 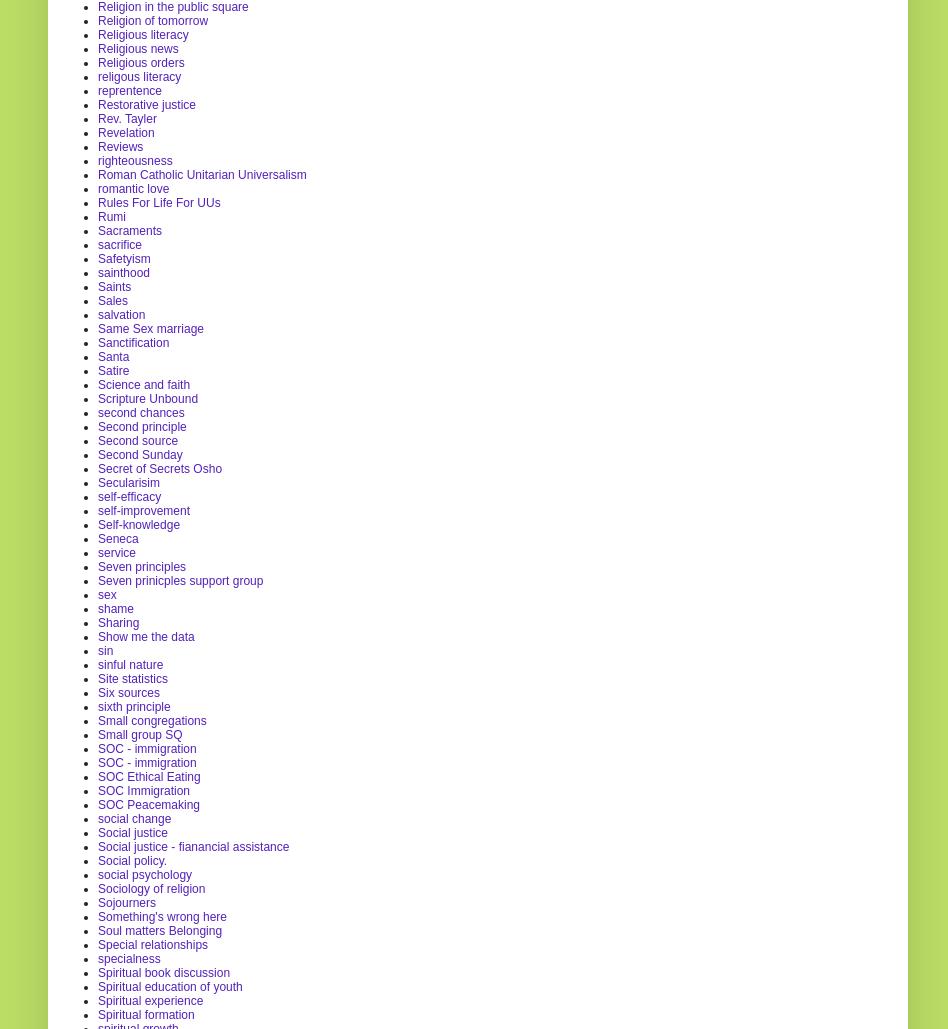 I want to click on 'Reviews', so click(x=119, y=145).